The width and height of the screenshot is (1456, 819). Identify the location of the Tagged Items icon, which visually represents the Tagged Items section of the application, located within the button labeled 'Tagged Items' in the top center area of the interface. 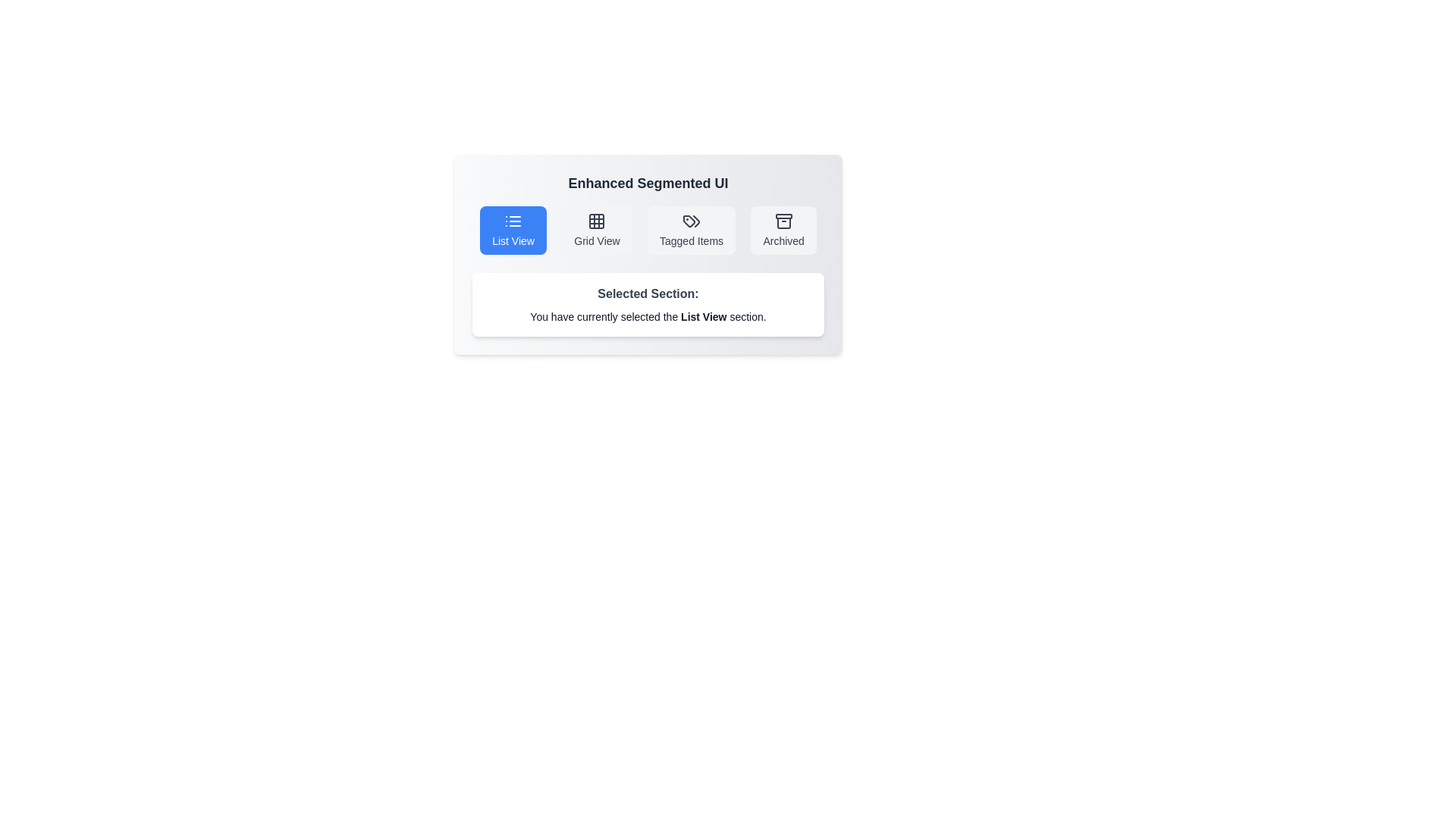
(691, 221).